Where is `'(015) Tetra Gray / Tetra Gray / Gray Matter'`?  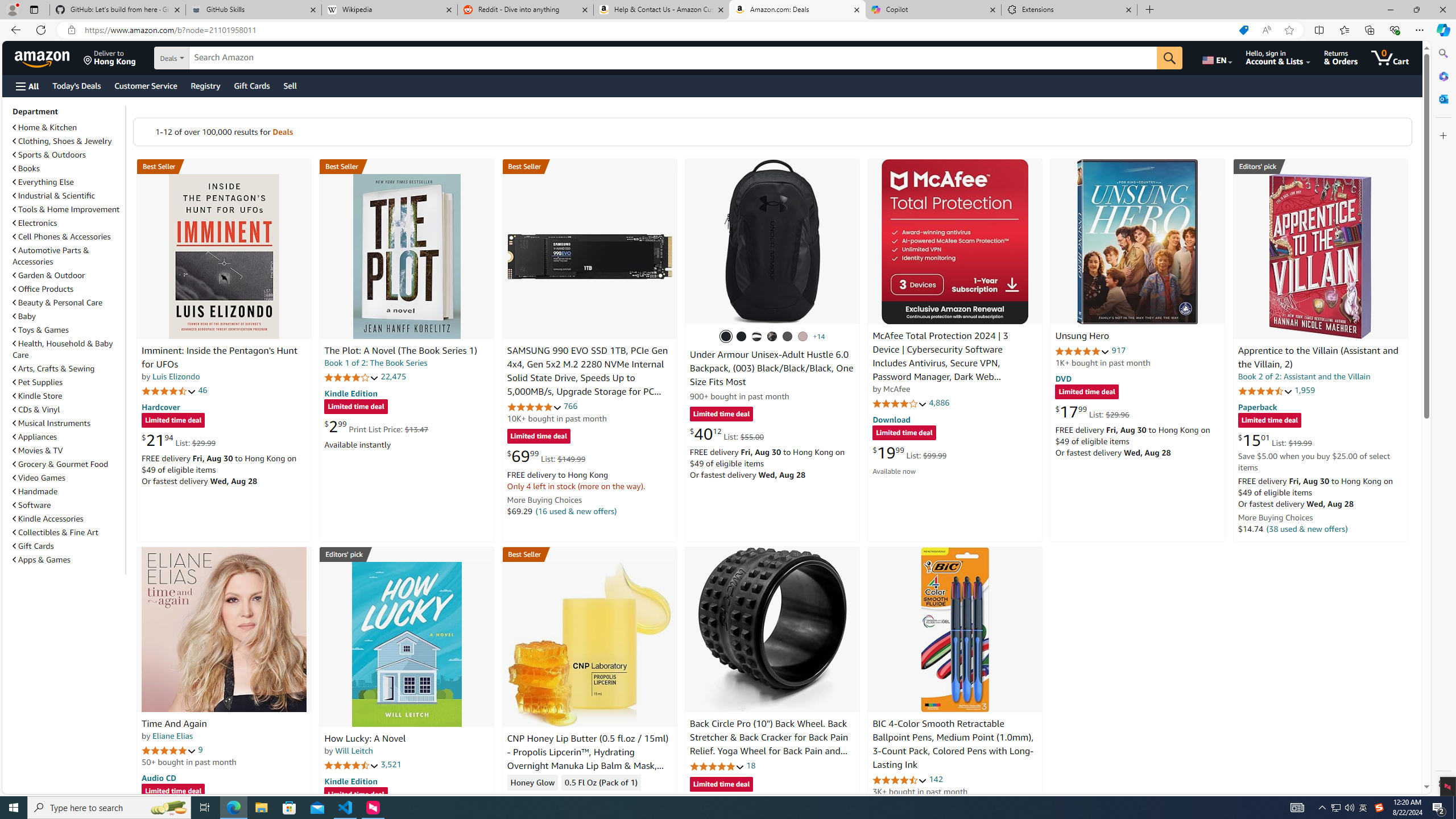 '(015) Tetra Gray / Tetra Gray / Gray Matter' is located at coordinates (802, 336).